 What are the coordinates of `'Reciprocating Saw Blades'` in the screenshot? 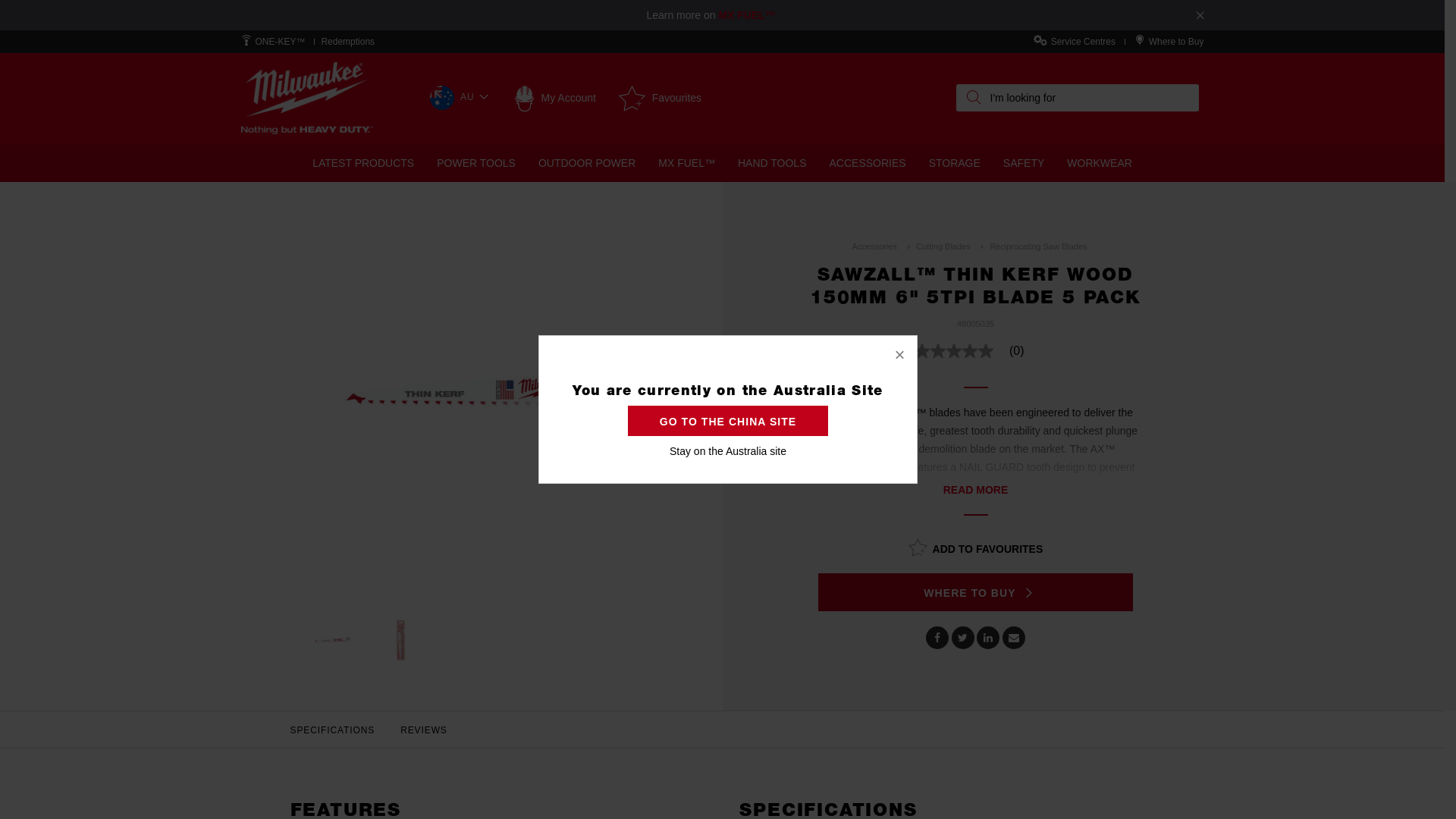 It's located at (1037, 245).